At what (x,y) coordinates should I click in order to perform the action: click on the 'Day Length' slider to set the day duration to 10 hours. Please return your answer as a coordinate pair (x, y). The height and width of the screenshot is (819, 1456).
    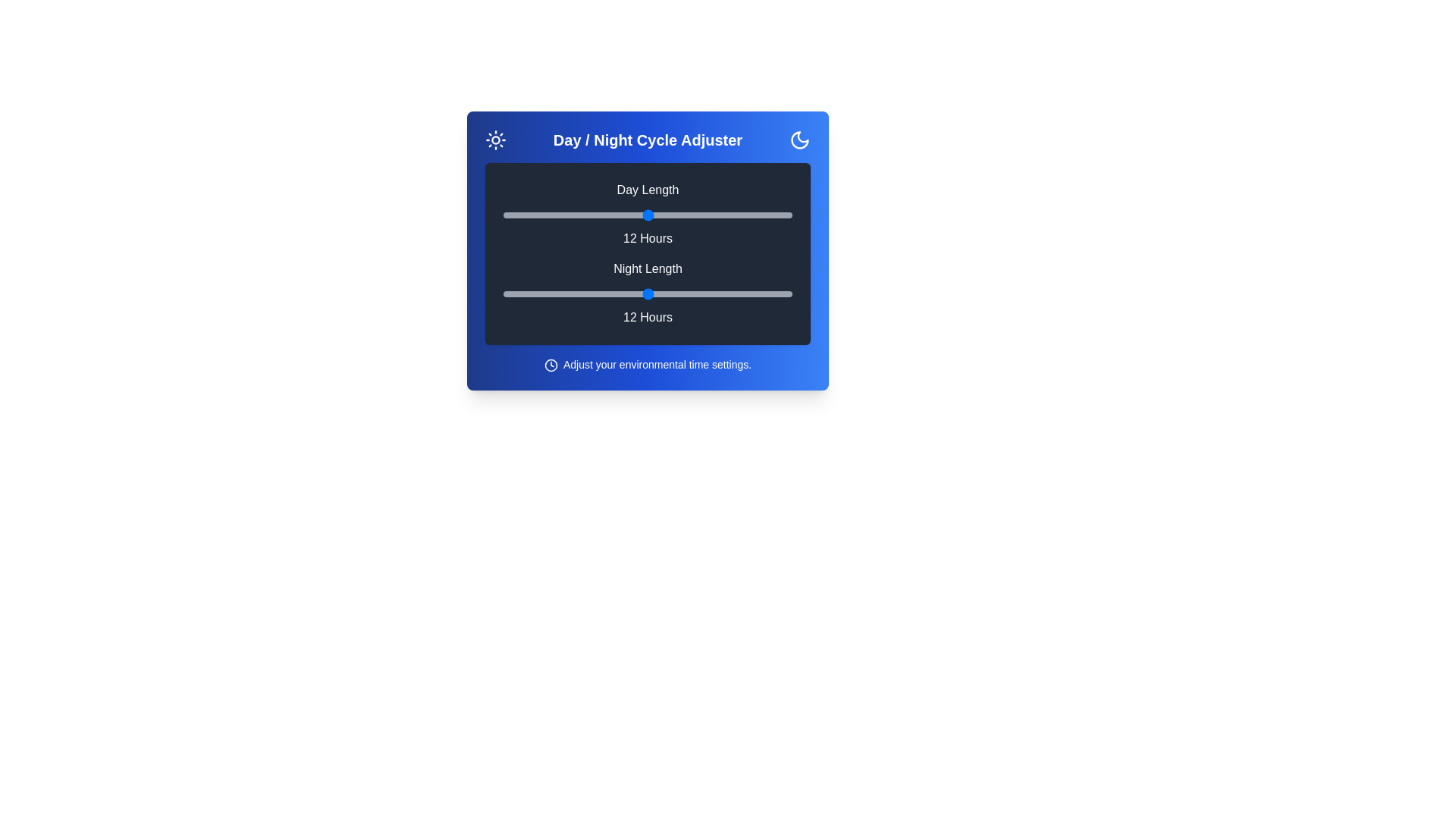
    Looking at the image, I should click on (599, 215).